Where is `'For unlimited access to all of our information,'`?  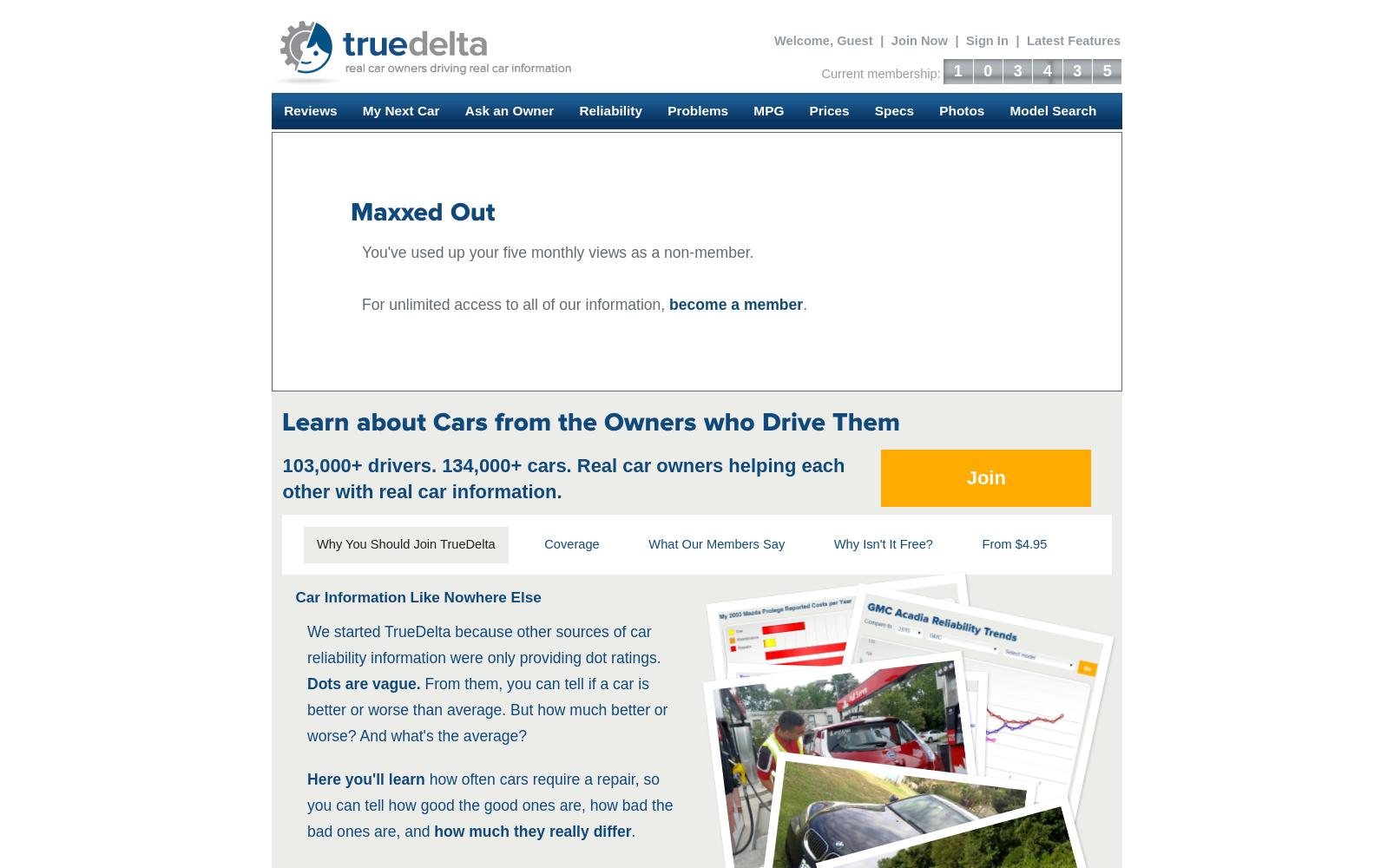 'For unlimited access to all of our information,' is located at coordinates (516, 304).